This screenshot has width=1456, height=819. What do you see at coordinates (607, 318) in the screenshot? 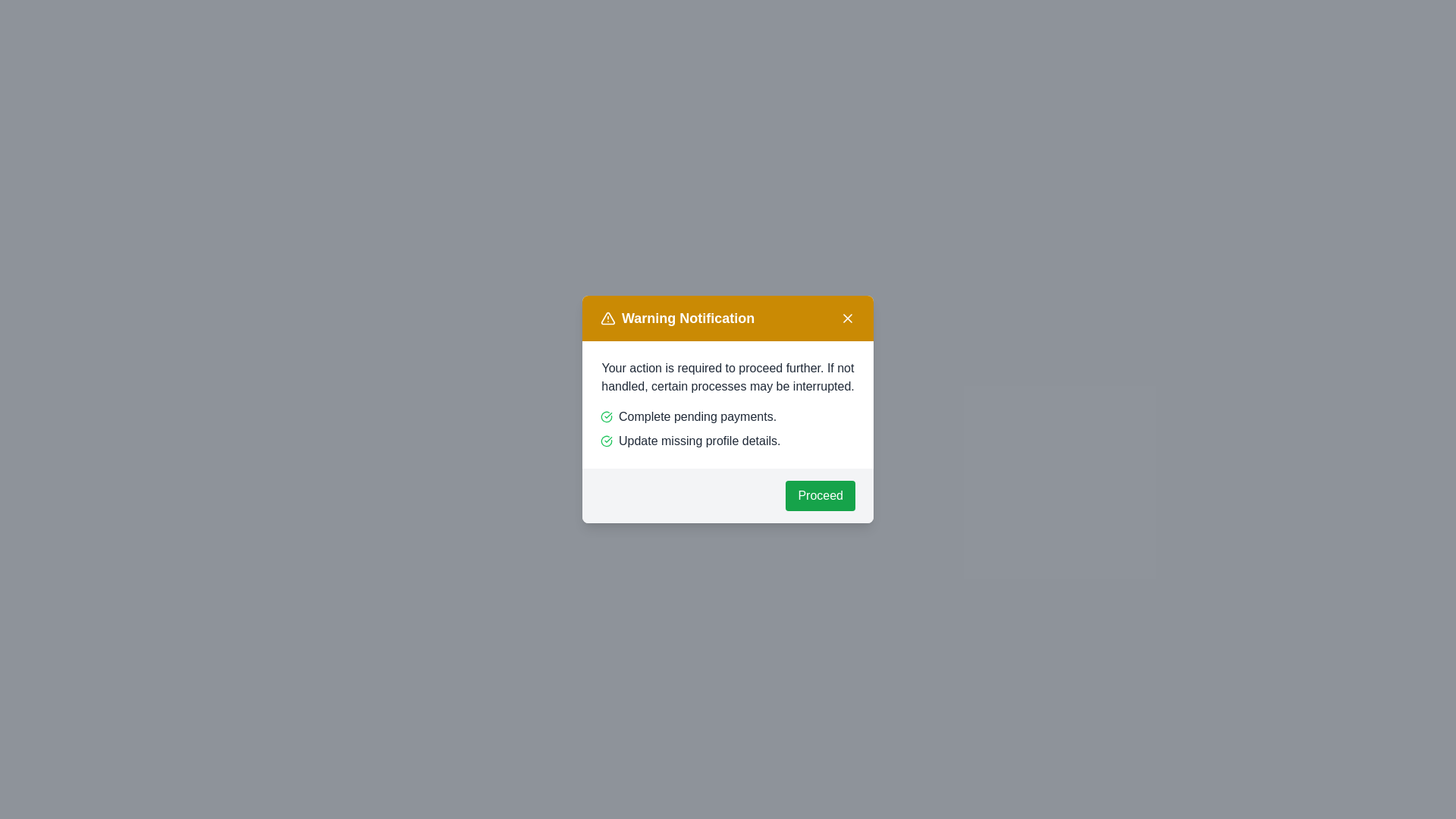
I see `the warning icon located in the header section of the notification modal, to the left of the 'Warning Notification' text label` at bounding box center [607, 318].